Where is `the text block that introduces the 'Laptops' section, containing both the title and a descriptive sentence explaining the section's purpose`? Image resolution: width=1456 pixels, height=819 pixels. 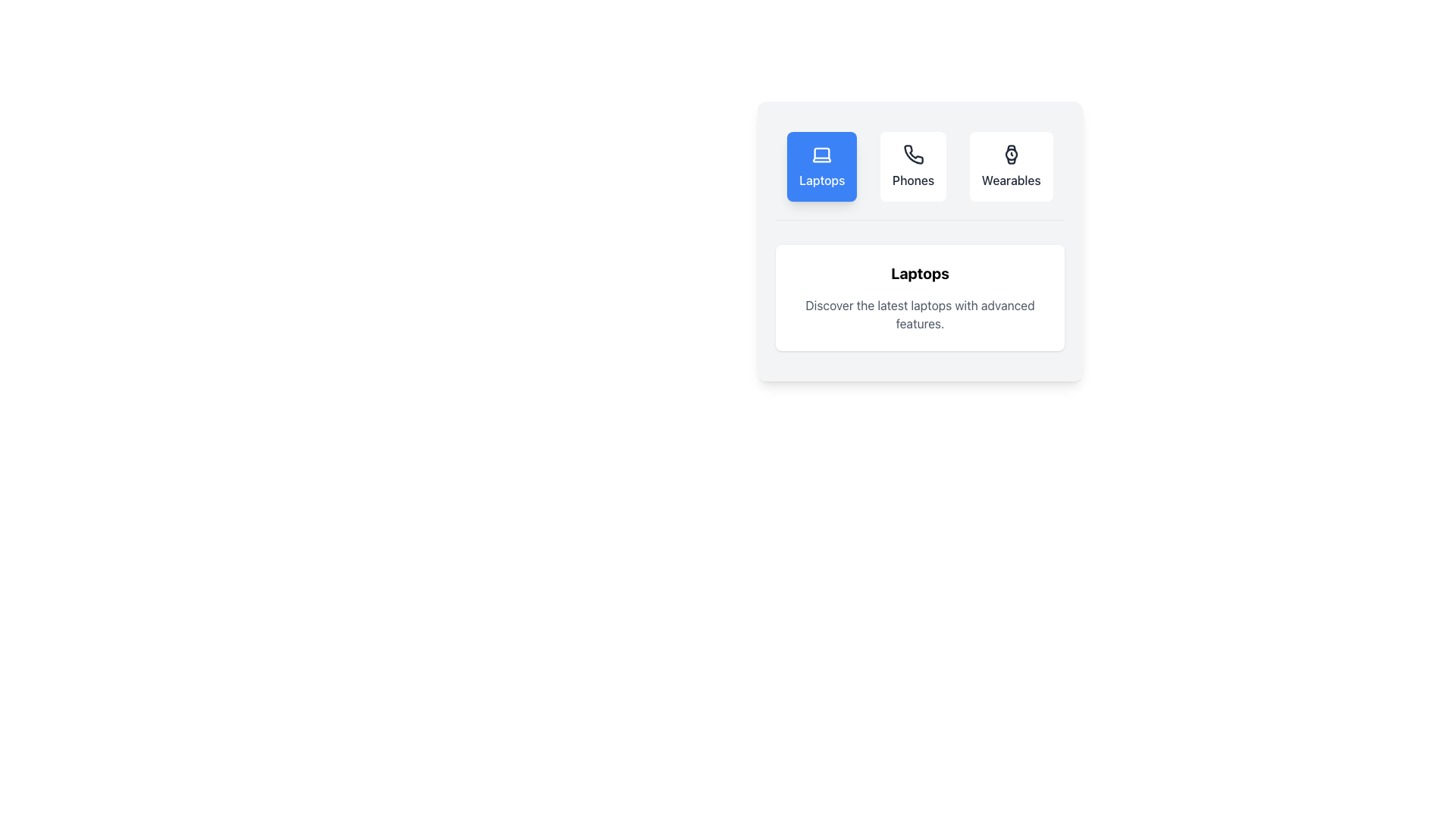
the text block that introduces the 'Laptops' section, containing both the title and a descriptive sentence explaining the section's purpose is located at coordinates (919, 298).